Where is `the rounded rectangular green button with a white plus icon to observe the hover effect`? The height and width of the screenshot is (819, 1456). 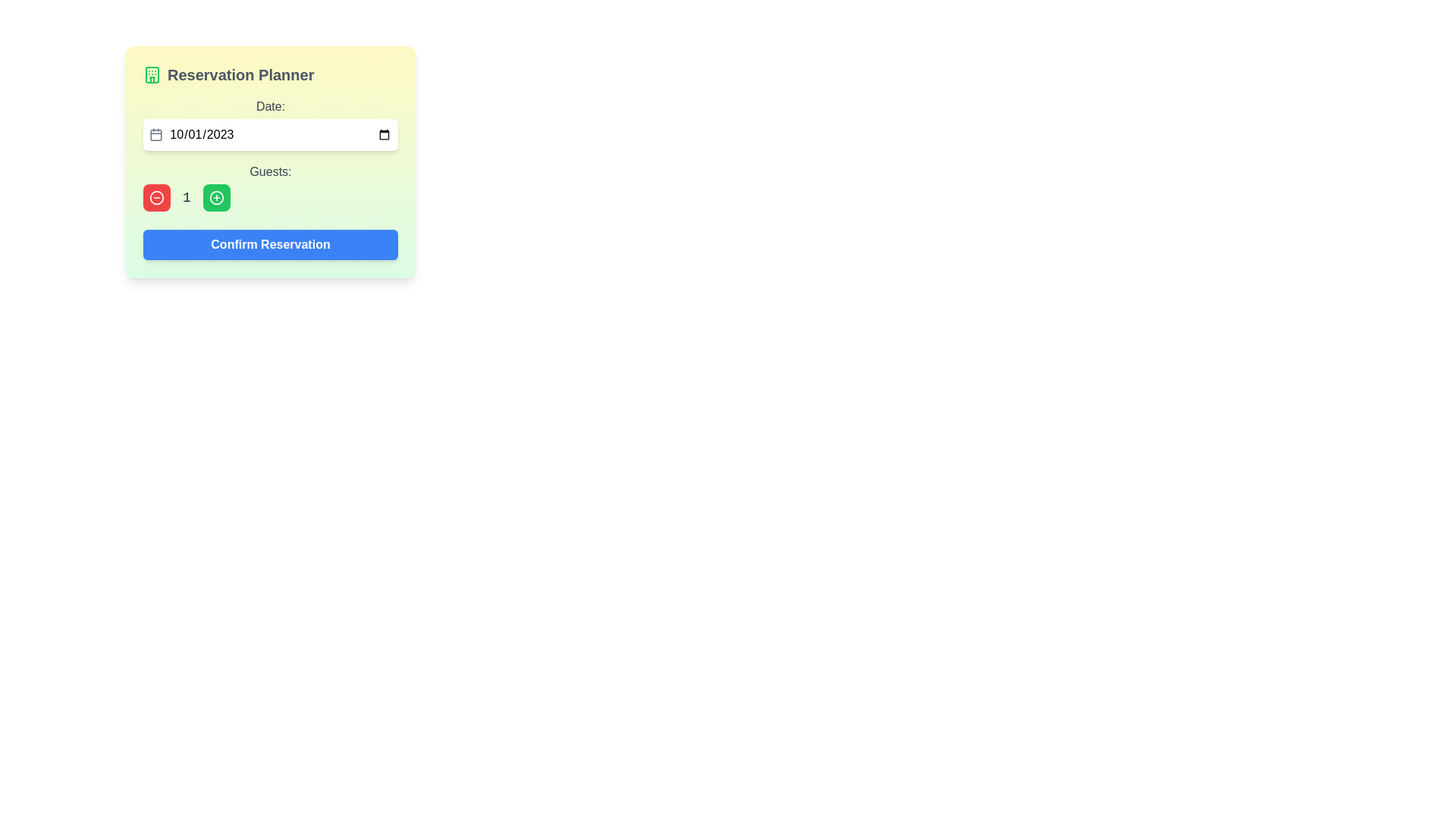
the rounded rectangular green button with a white plus icon to observe the hover effect is located at coordinates (215, 197).